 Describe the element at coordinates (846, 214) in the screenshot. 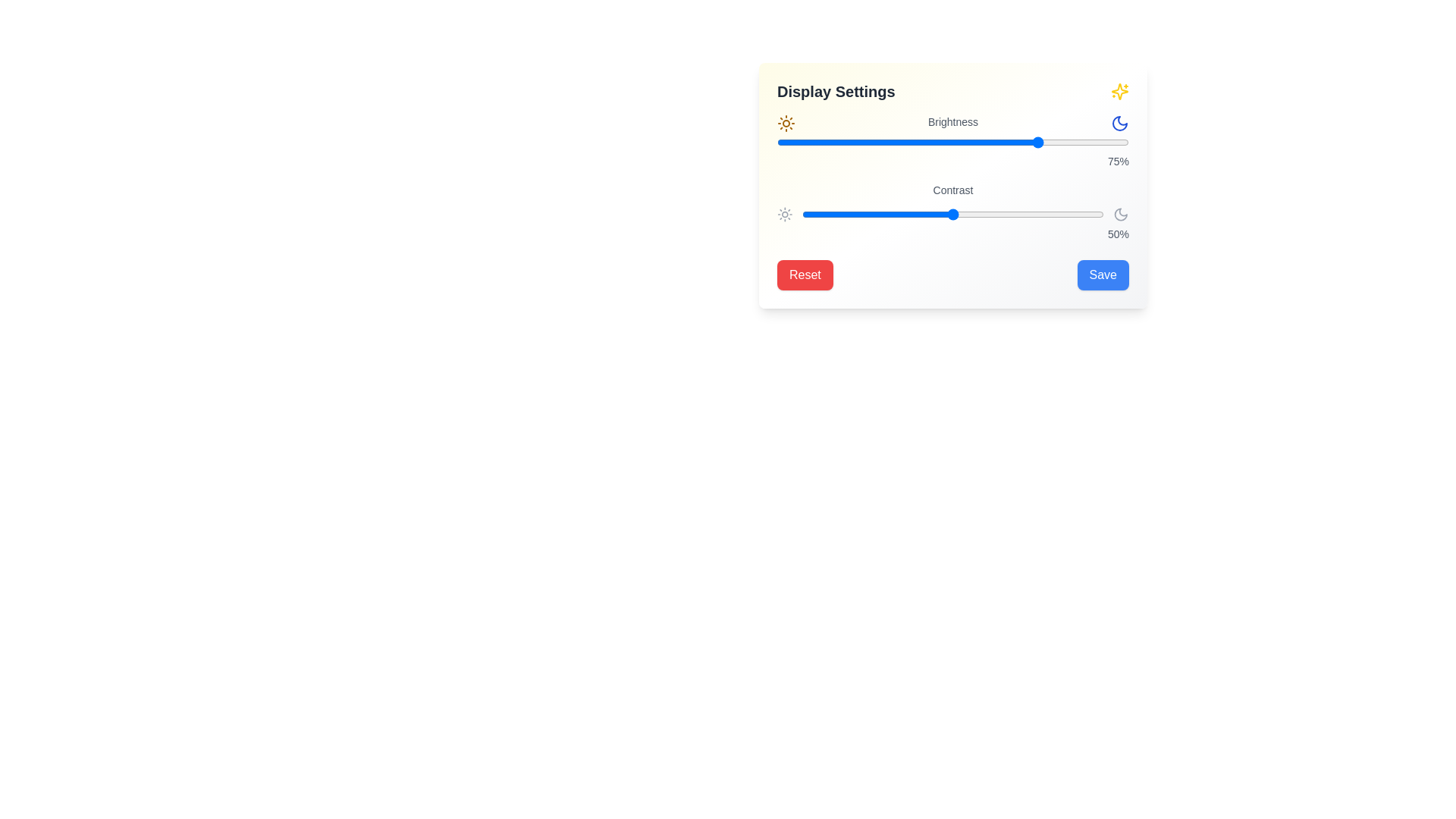

I see `the contrast level` at that location.